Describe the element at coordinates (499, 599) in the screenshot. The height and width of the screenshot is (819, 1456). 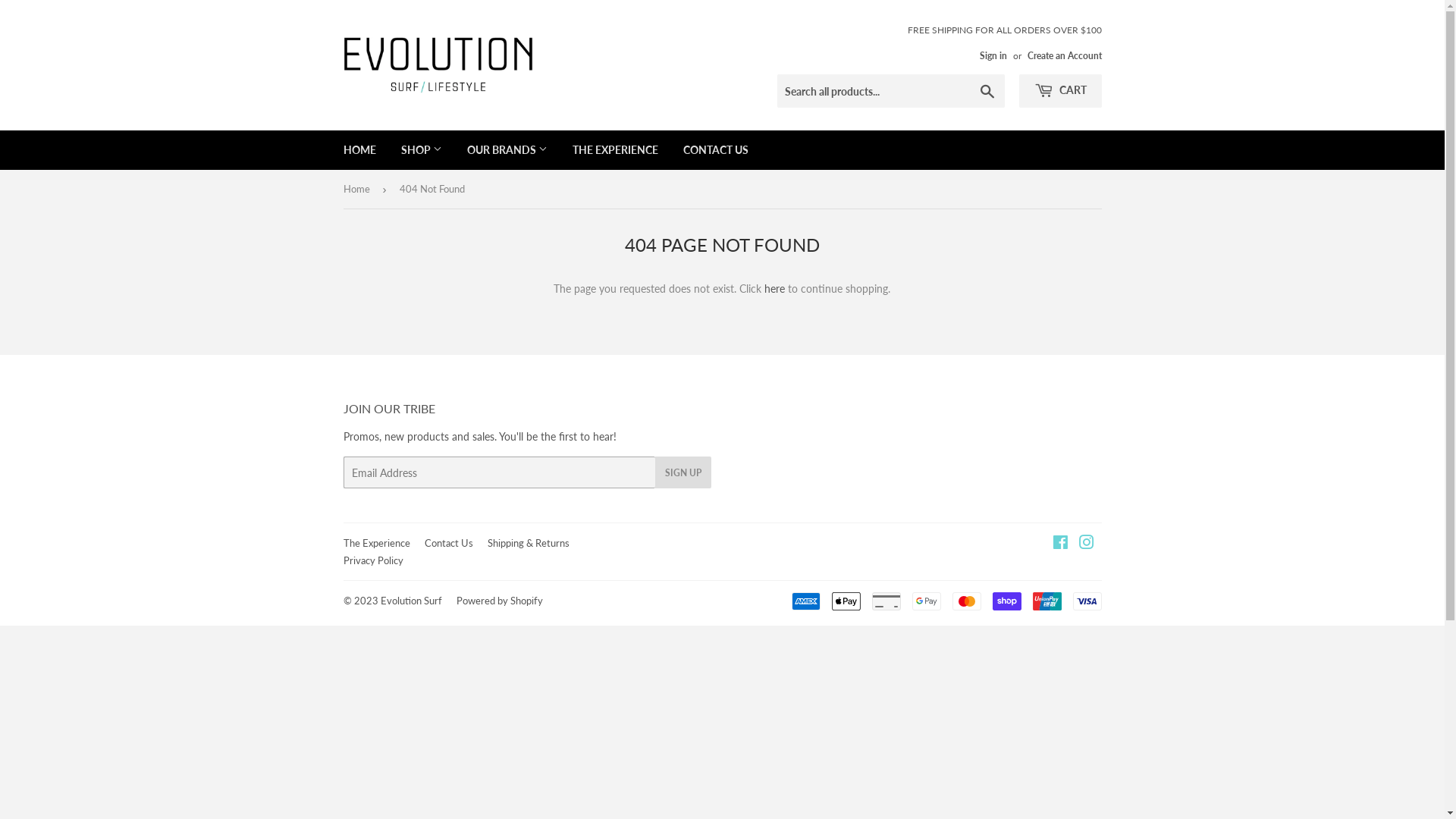
I see `'Powered by Shopify'` at that location.